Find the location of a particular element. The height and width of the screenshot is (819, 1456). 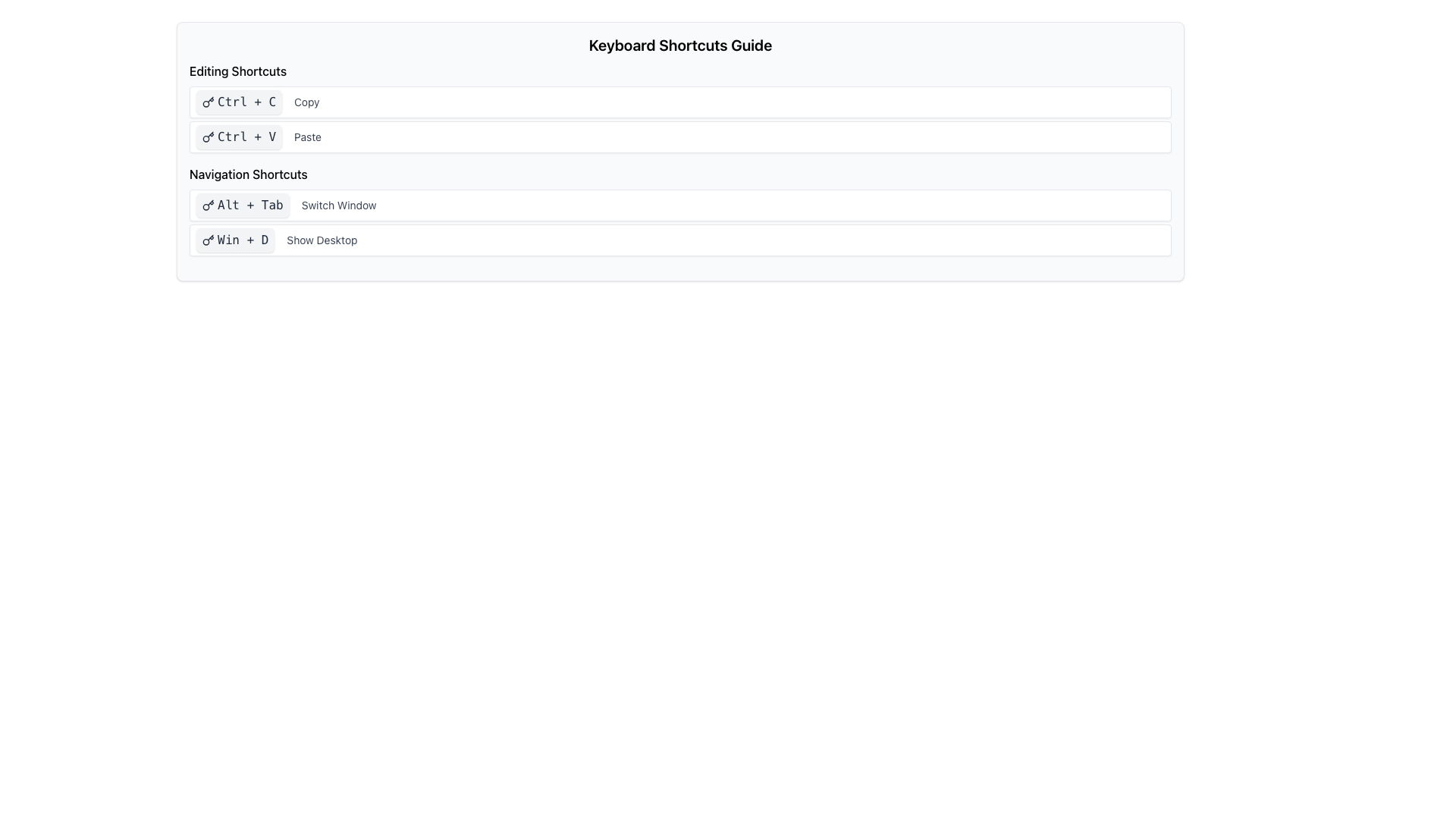

the text label that indicates the 'Paste' operation for the shortcut key combination 'Ctrl + V' under 'Editing Shortcuts' is located at coordinates (306, 137).